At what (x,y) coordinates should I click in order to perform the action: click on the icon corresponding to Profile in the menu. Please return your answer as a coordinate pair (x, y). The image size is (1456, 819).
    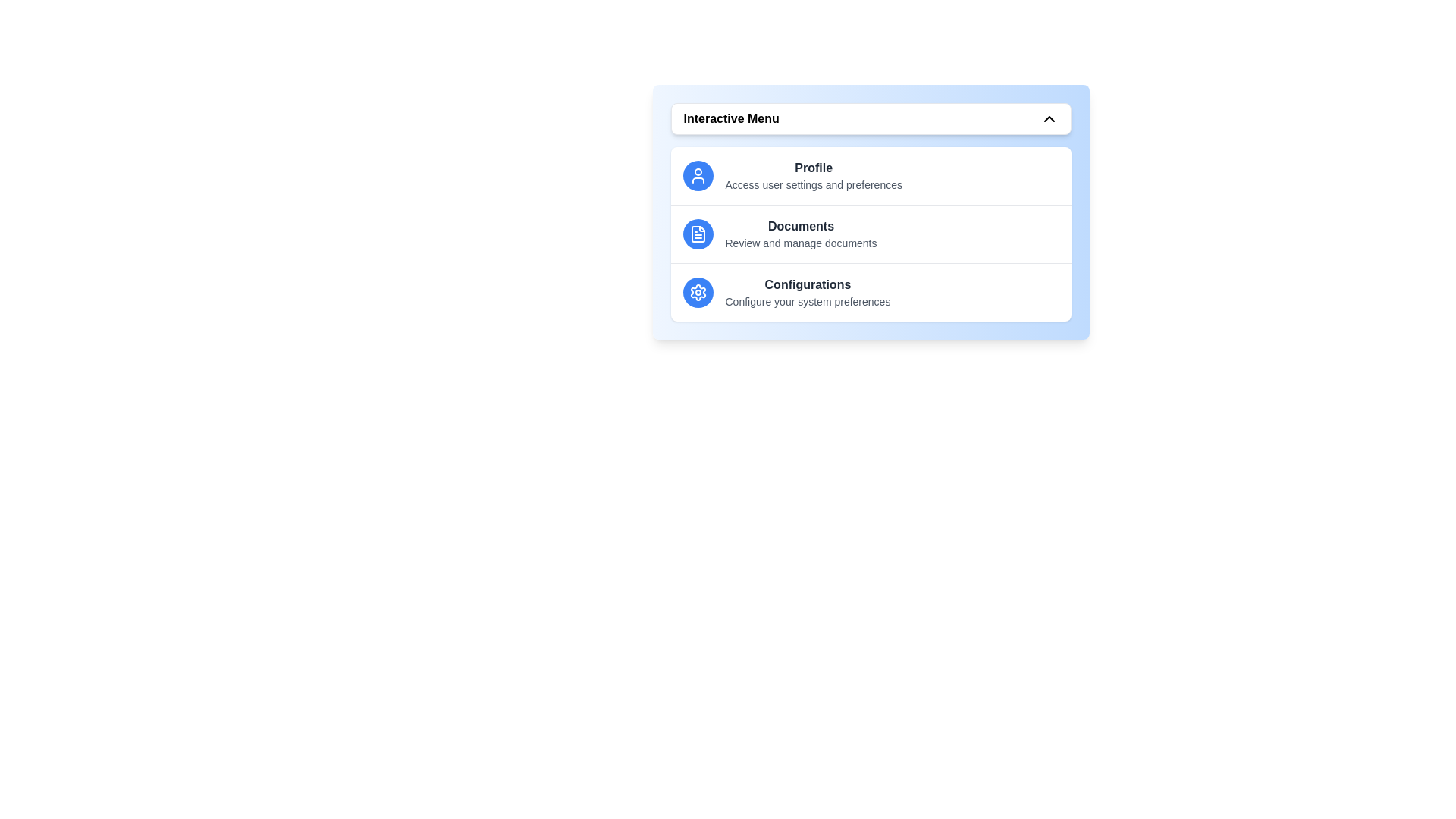
    Looking at the image, I should click on (697, 174).